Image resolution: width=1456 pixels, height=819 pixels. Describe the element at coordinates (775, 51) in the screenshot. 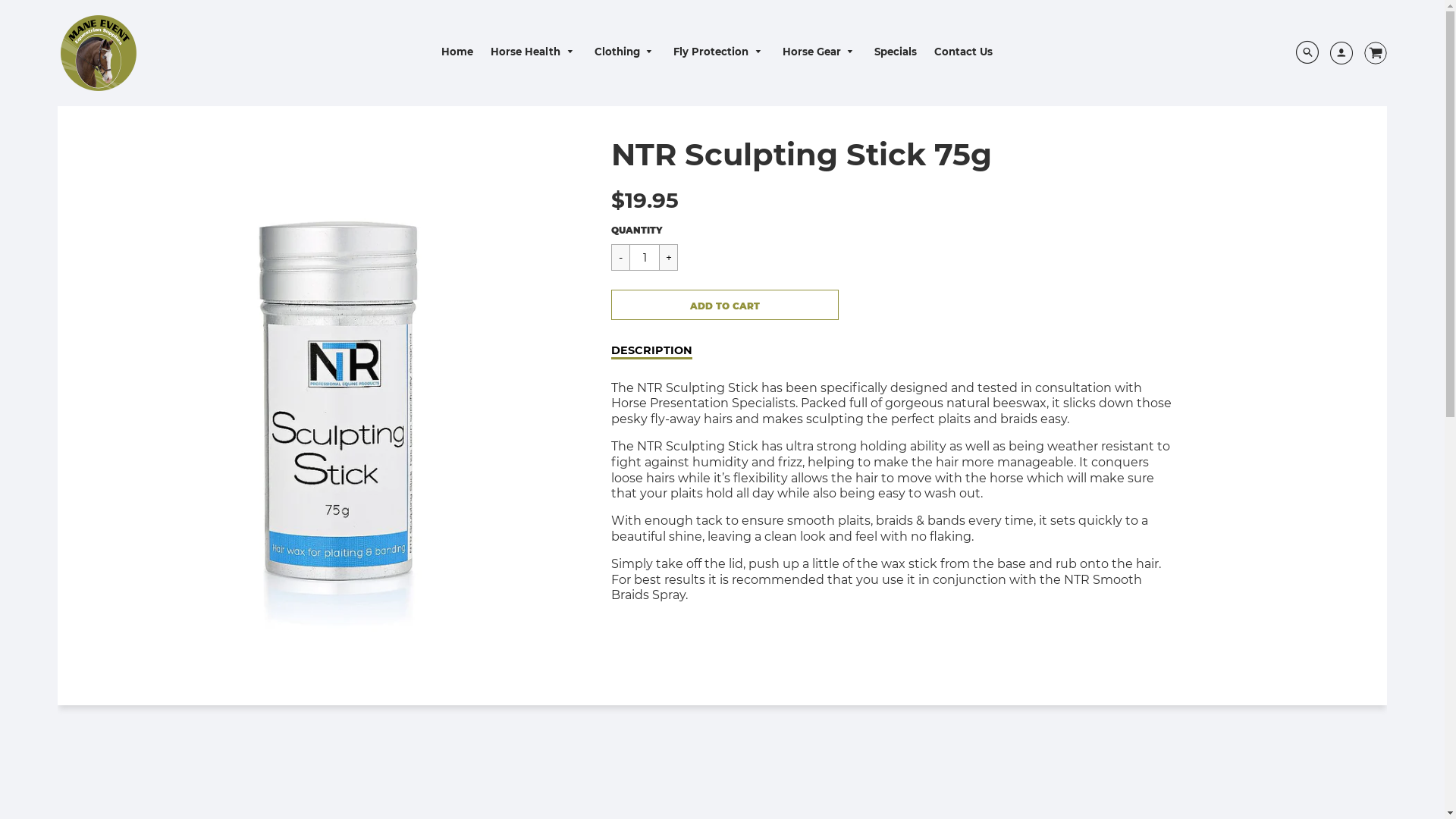

I see `'Horse Gear'` at that location.